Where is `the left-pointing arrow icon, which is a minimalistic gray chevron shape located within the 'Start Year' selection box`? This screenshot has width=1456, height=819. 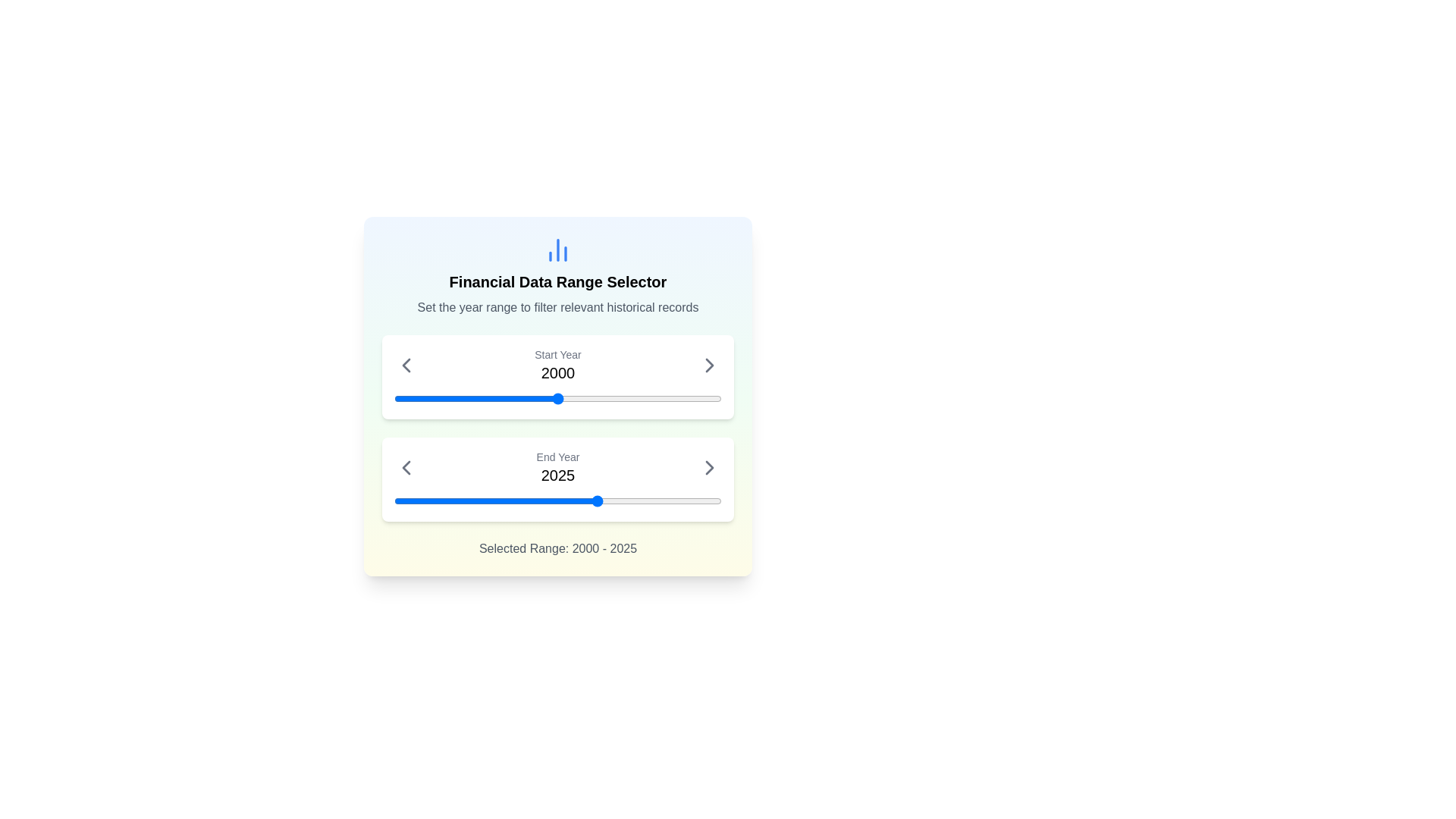
the left-pointing arrow icon, which is a minimalistic gray chevron shape located within the 'Start Year' selection box is located at coordinates (406, 467).